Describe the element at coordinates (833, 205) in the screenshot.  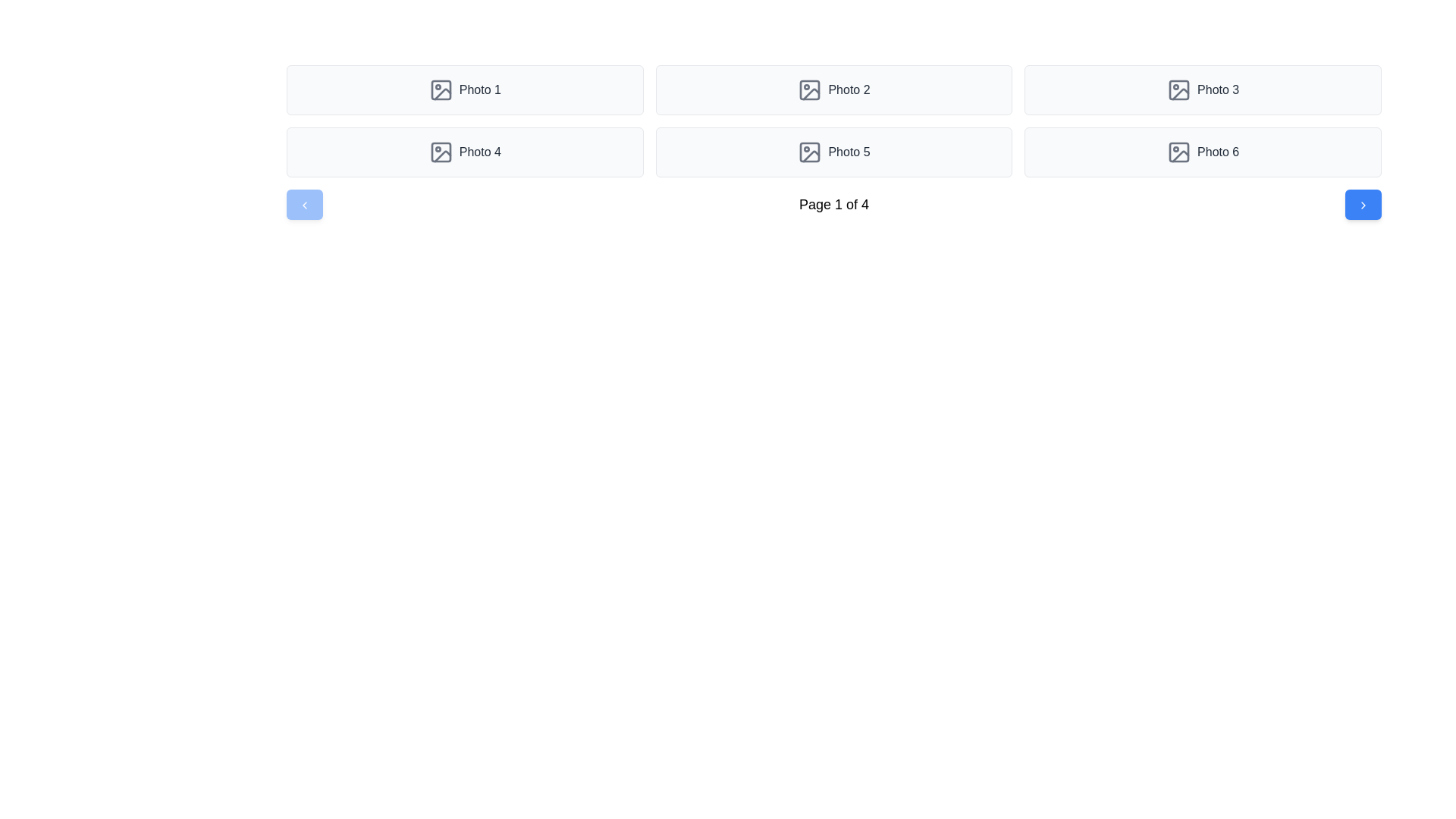
I see `static text displaying the current page number and total pages located at the bottom of the photo grid pagination control` at that location.